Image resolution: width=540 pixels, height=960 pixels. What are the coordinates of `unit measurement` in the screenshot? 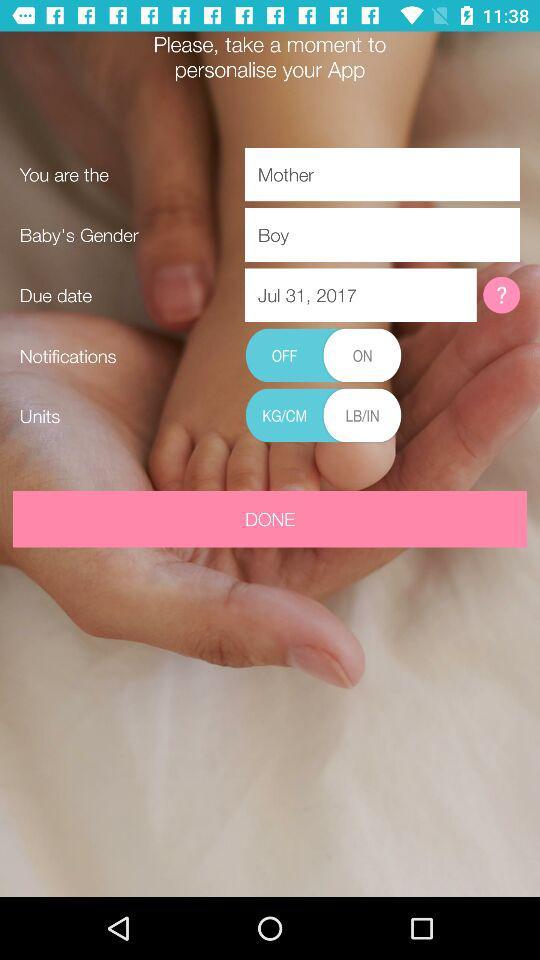 It's located at (323, 415).